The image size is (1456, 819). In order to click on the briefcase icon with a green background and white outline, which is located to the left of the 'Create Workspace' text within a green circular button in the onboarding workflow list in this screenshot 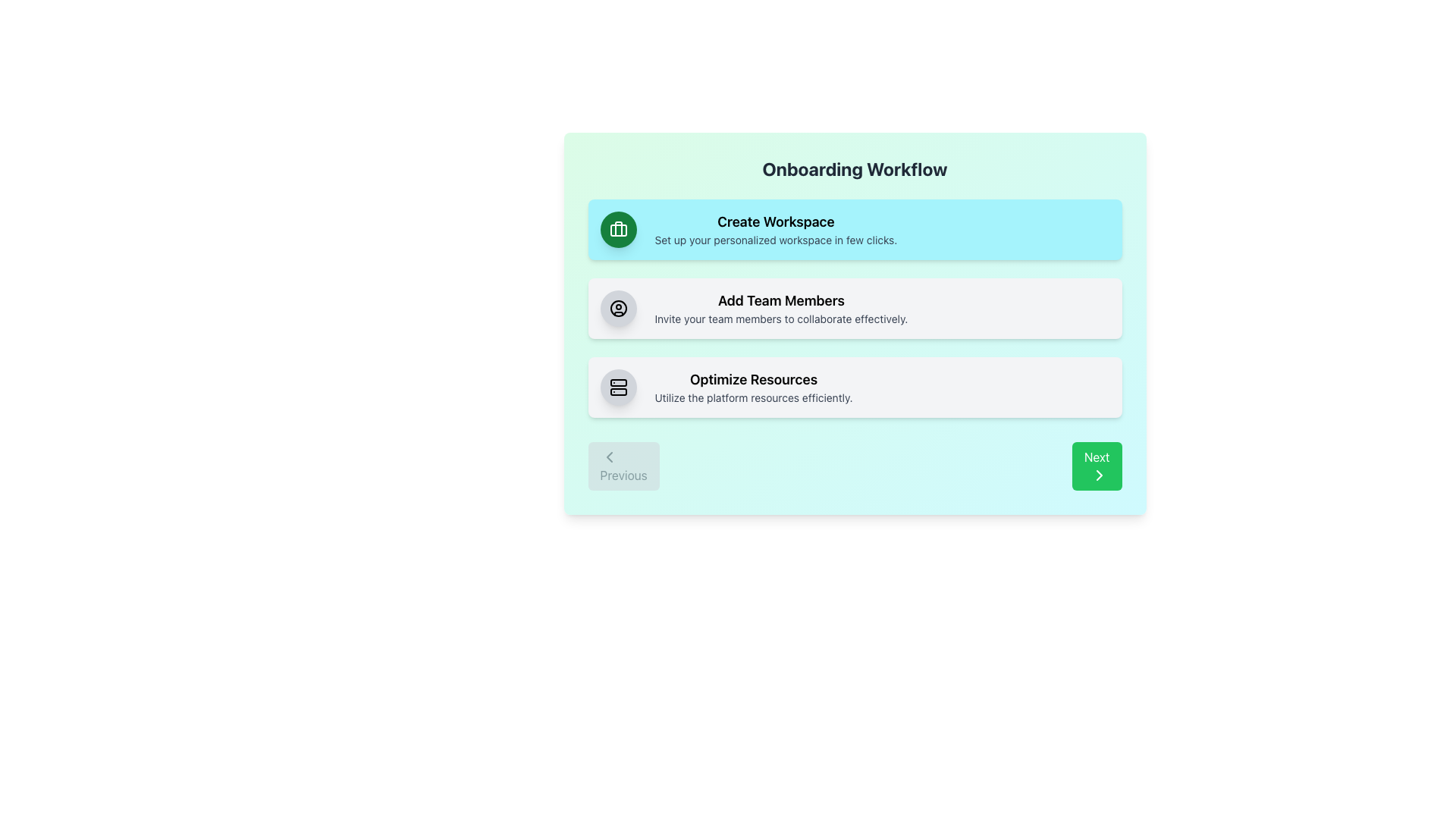, I will do `click(618, 230)`.